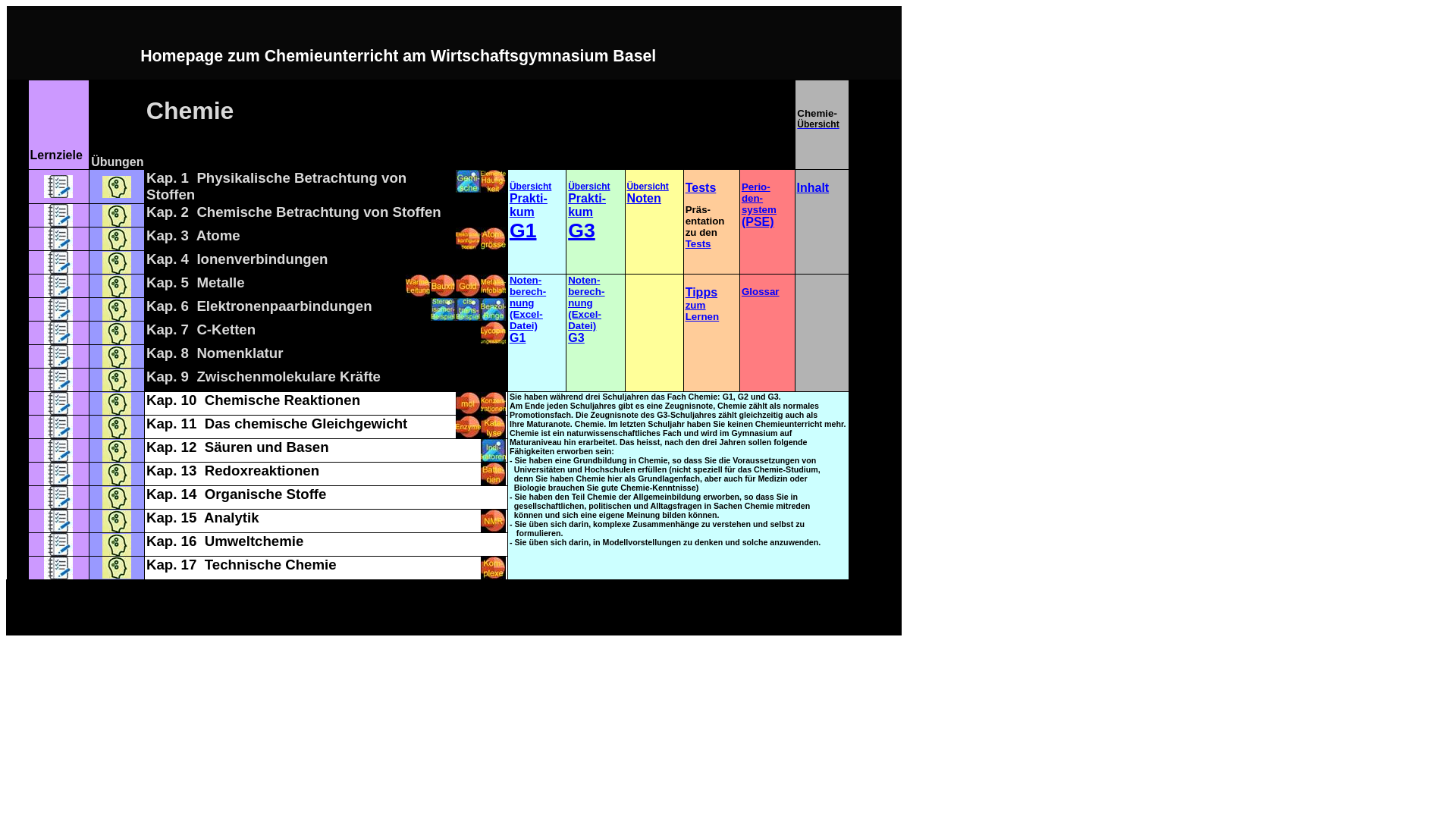 This screenshot has width=1456, height=819. Describe the element at coordinates (522, 212) in the screenshot. I see `'kum'` at that location.